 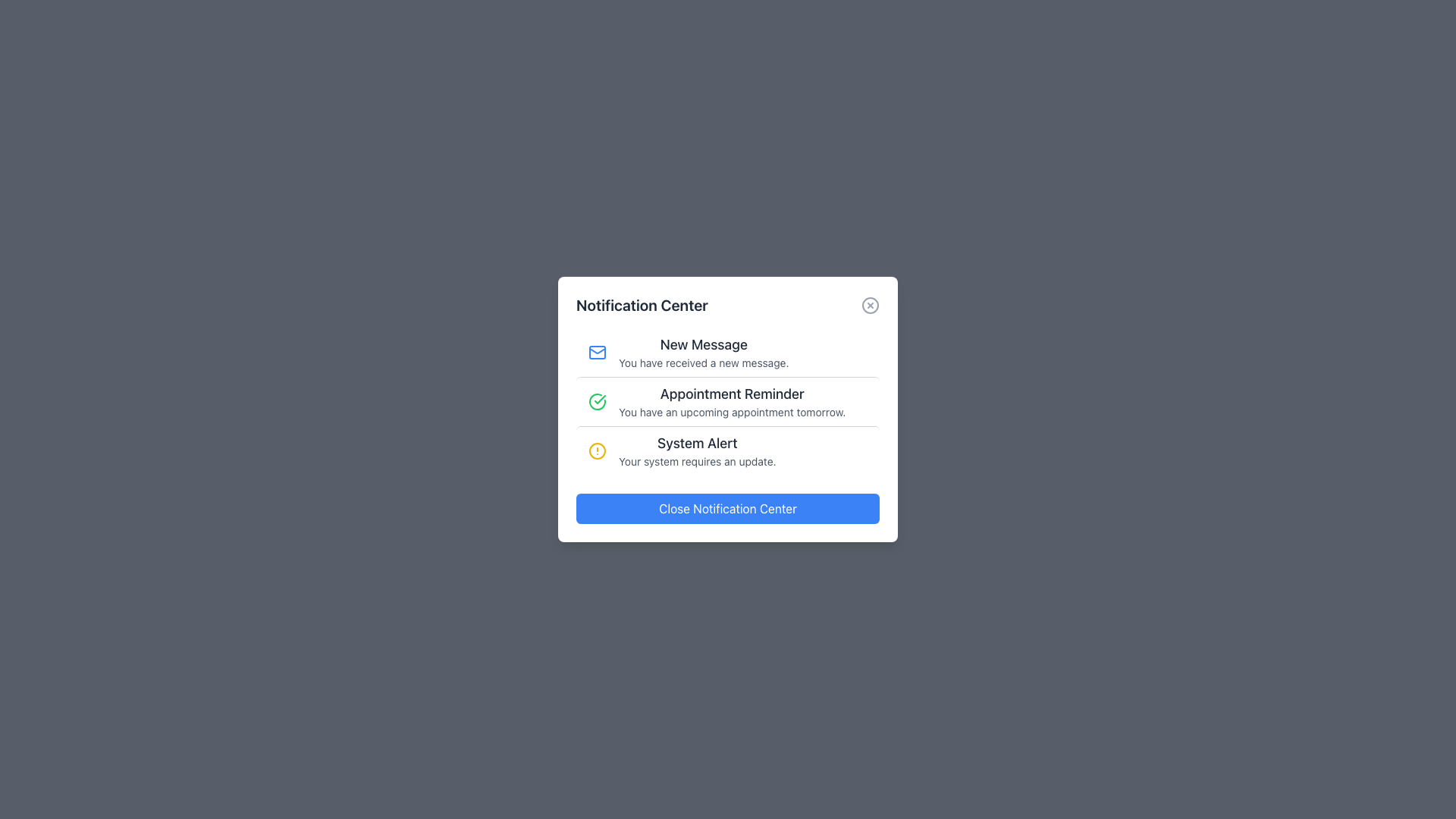 What do you see at coordinates (732, 412) in the screenshot?
I see `the static text that states 'You have an upcoming appointment tomorrow.' which is located under the bold title 'Appointment Reminder' in the second notification entry` at bounding box center [732, 412].